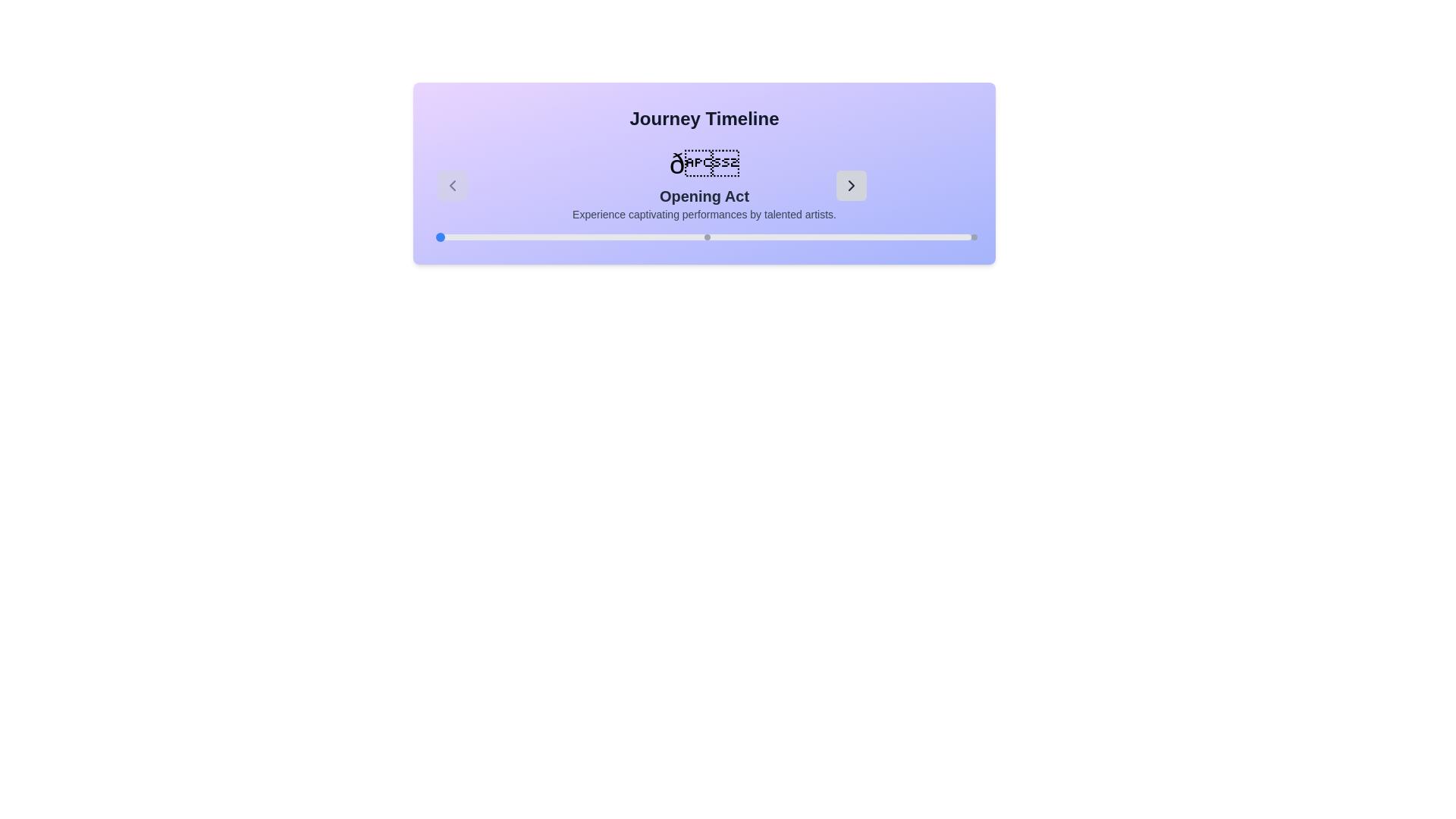 The height and width of the screenshot is (819, 1456). What do you see at coordinates (619, 237) in the screenshot?
I see `the slider position` at bounding box center [619, 237].